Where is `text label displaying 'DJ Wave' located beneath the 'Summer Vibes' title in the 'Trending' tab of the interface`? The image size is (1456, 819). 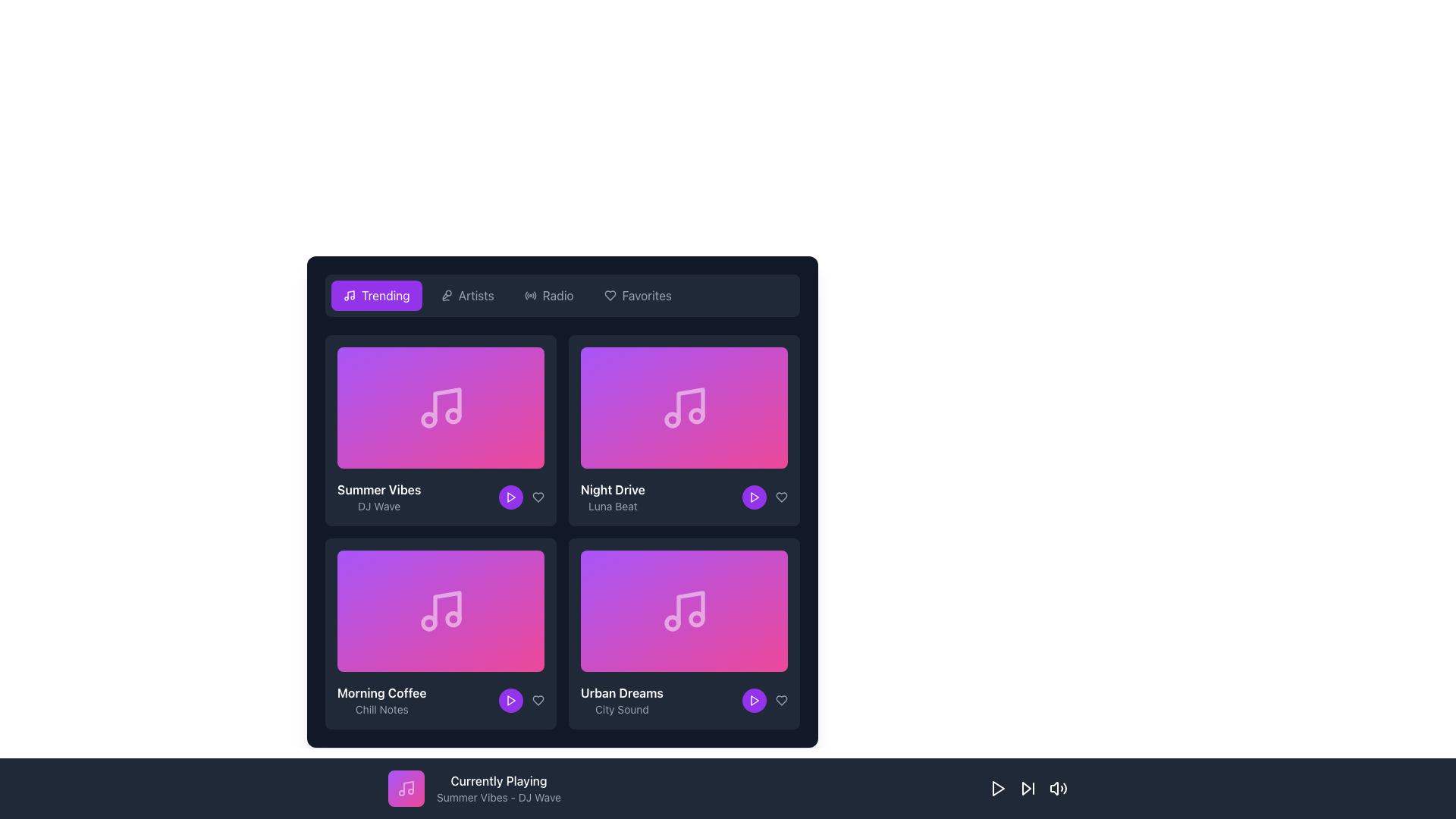 text label displaying 'DJ Wave' located beneath the 'Summer Vibes' title in the 'Trending' tab of the interface is located at coordinates (379, 506).